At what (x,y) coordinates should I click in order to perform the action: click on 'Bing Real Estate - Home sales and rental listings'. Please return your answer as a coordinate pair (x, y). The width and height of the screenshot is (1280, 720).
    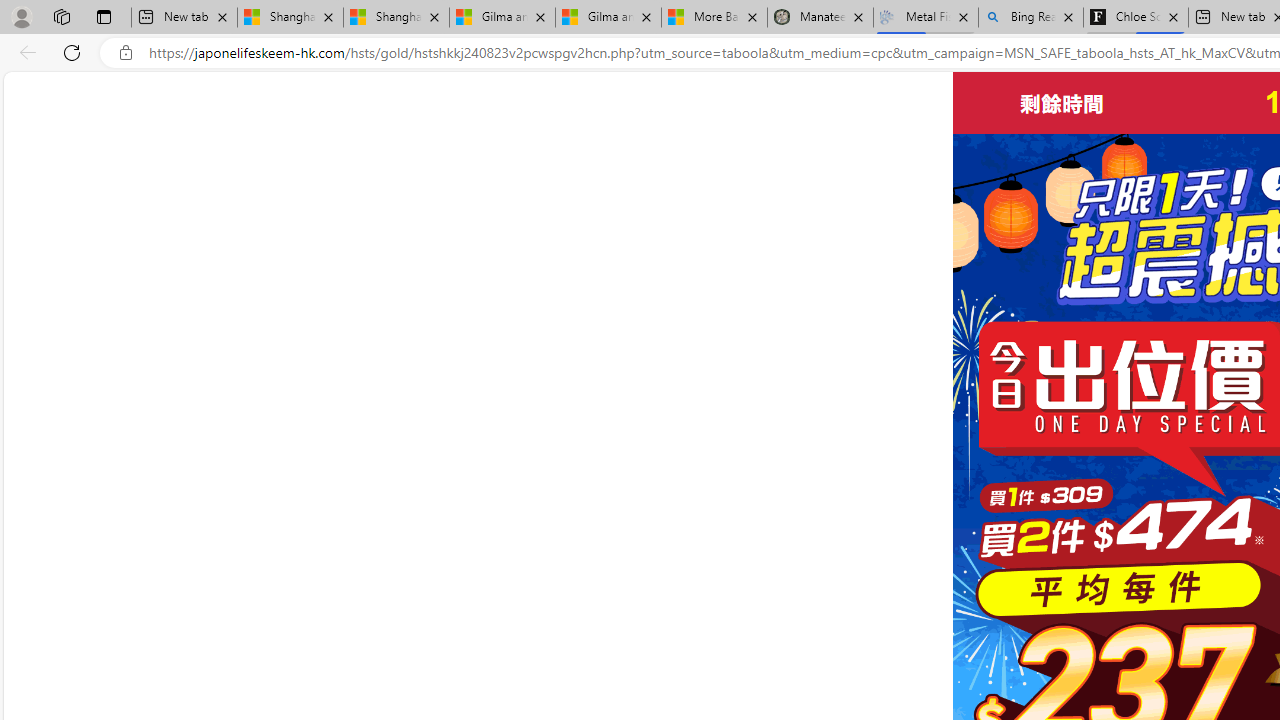
    Looking at the image, I should click on (1031, 17).